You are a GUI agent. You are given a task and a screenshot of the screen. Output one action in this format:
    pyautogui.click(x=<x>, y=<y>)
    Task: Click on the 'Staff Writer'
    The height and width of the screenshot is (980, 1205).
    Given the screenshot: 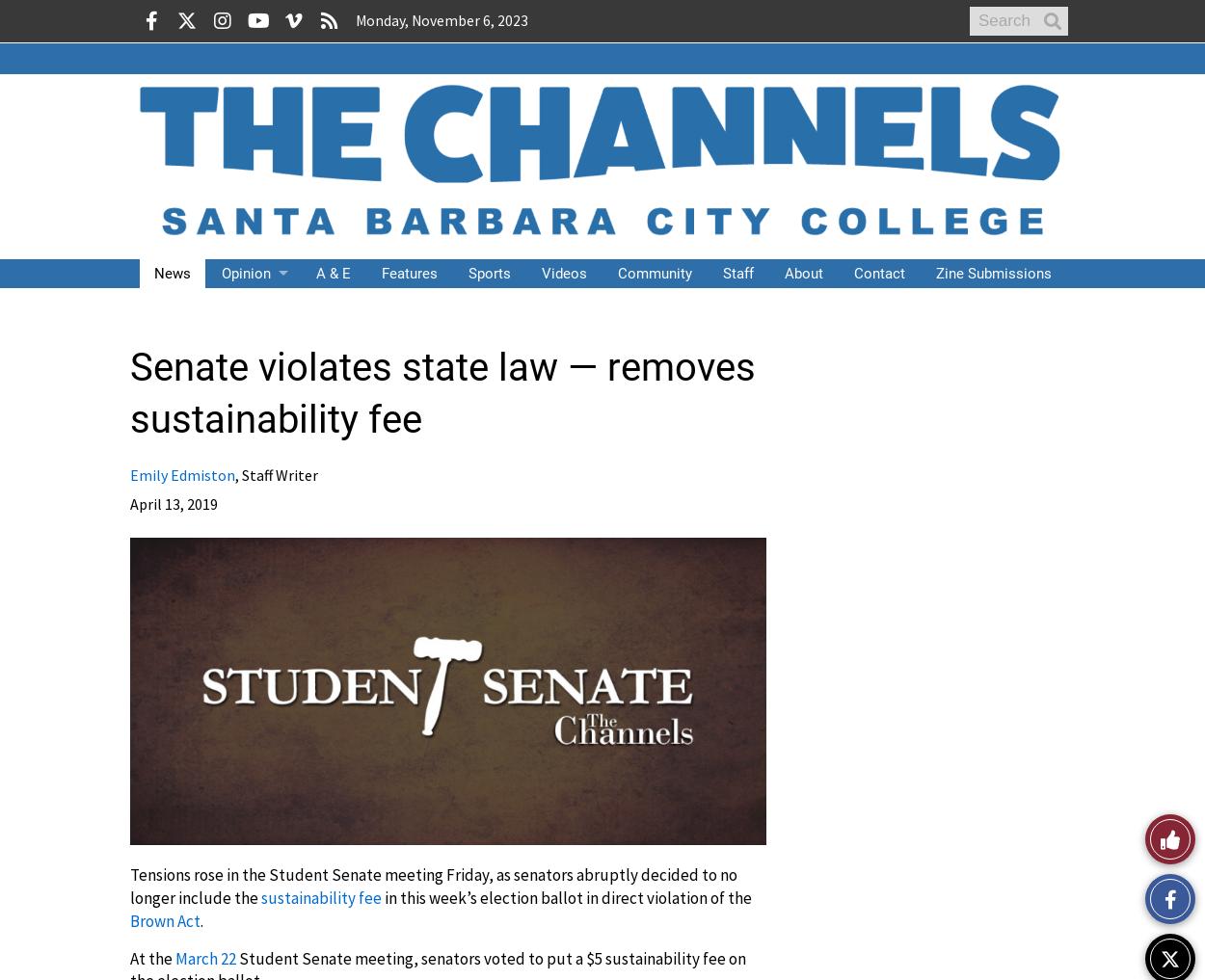 What is the action you would take?
    pyautogui.click(x=280, y=474)
    